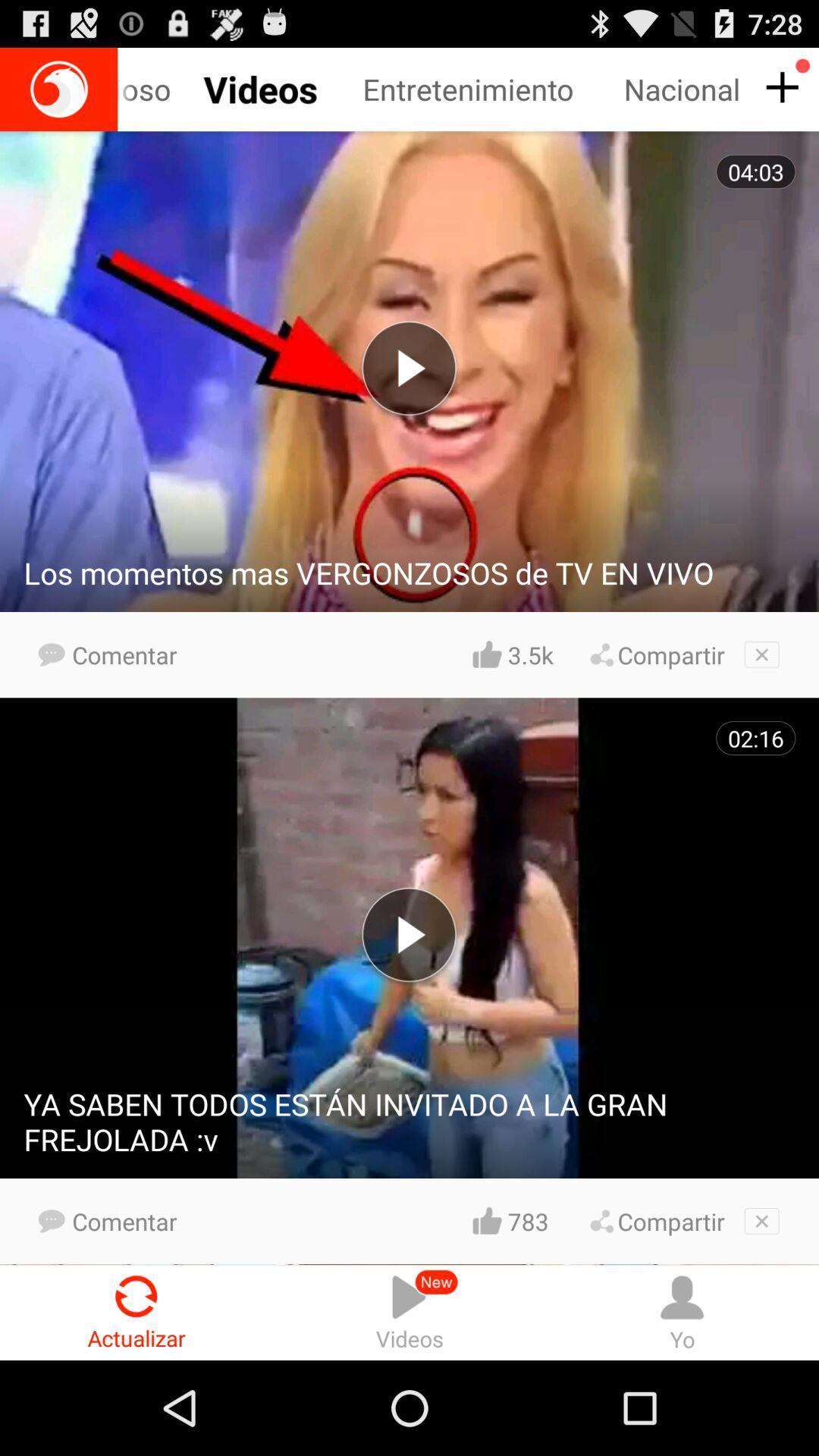 The height and width of the screenshot is (1456, 819). Describe the element at coordinates (780, 93) in the screenshot. I see `the add icon` at that location.